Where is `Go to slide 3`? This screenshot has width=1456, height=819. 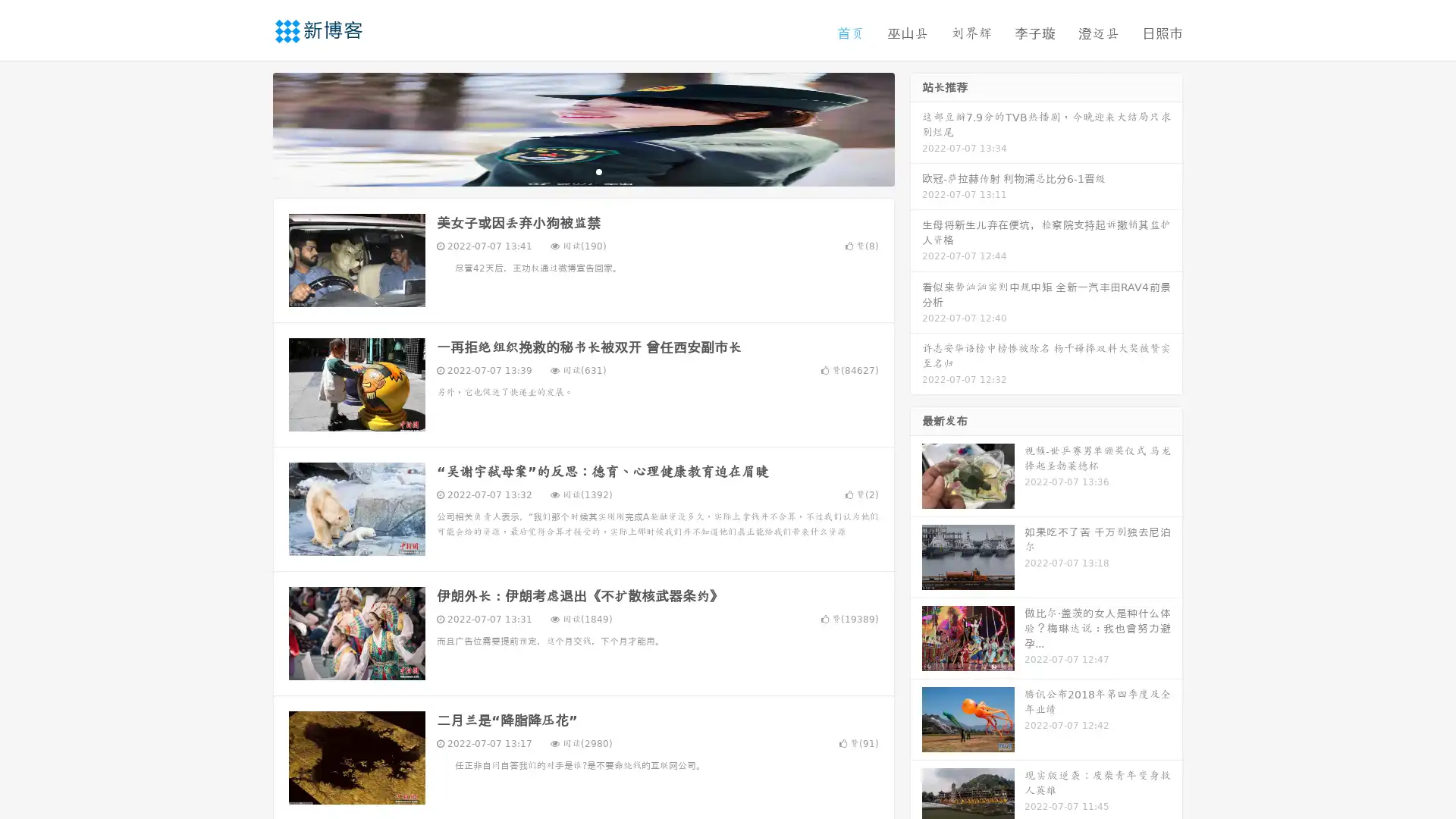 Go to slide 3 is located at coordinates (598, 171).